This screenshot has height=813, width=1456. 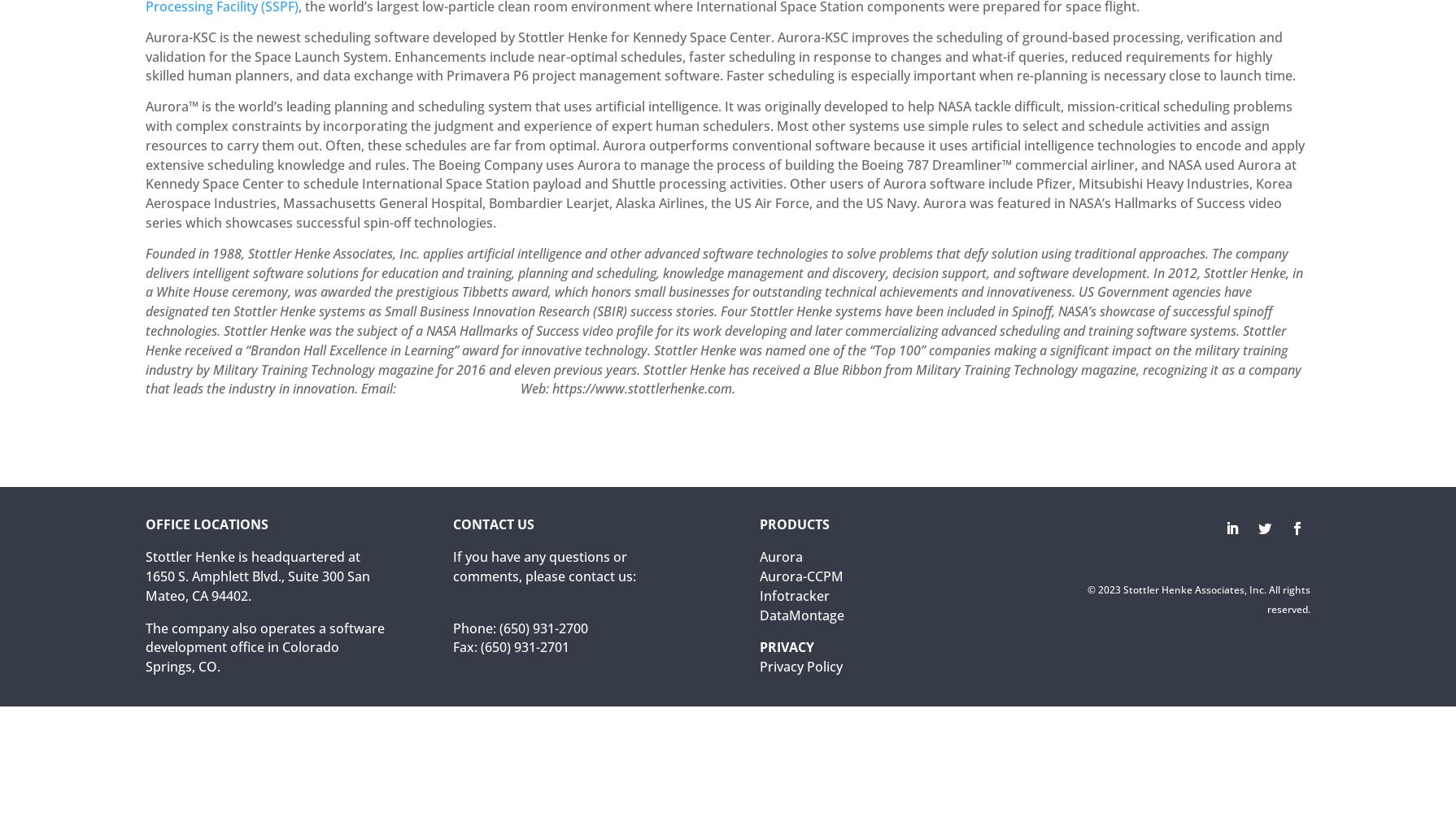 What do you see at coordinates (1197, 598) in the screenshot?
I see `'© 2023 Stottler Henke Associates, Inc. All rights reserved.'` at bounding box center [1197, 598].